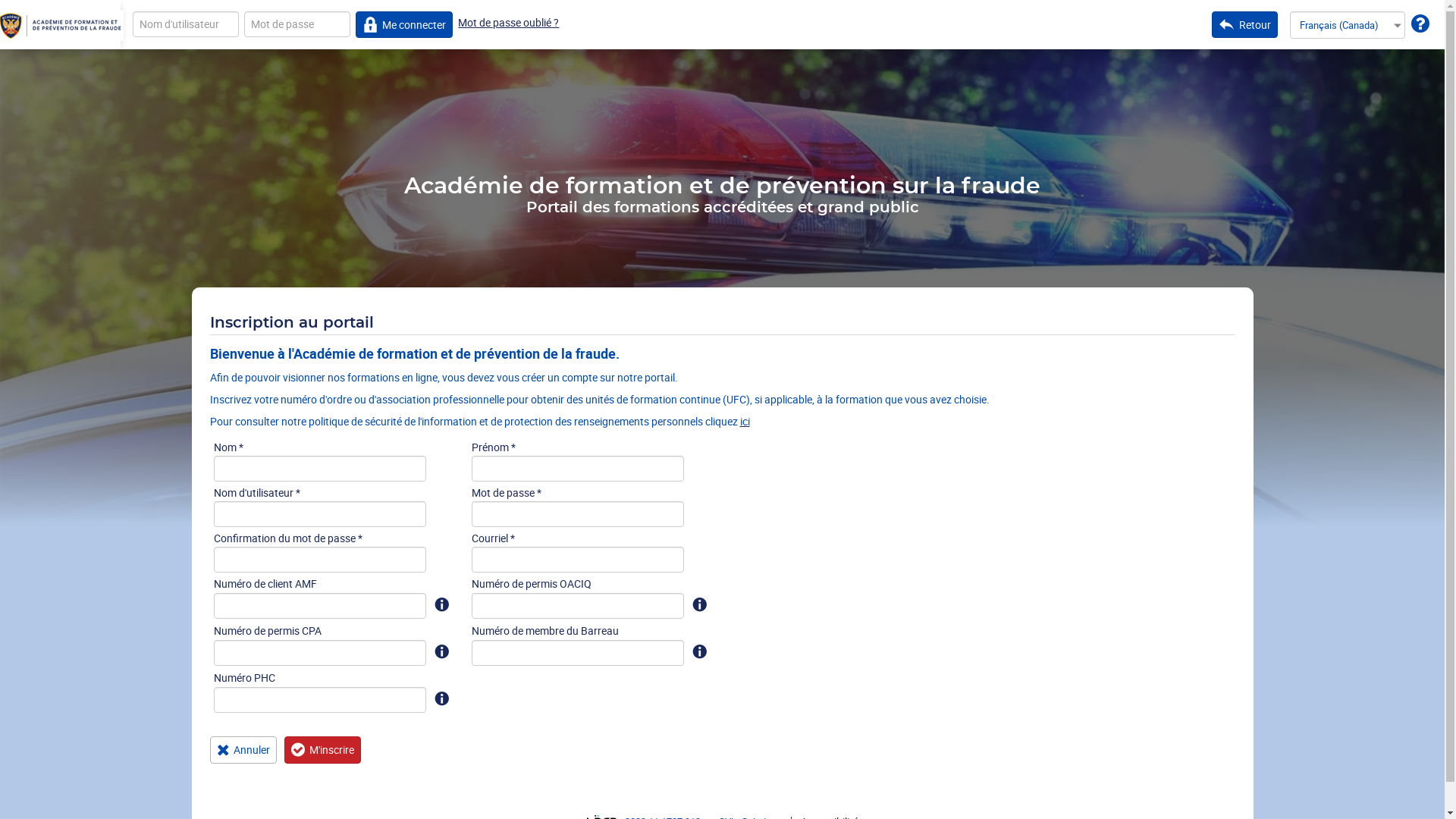  I want to click on 'Annuler', so click(243, 748).